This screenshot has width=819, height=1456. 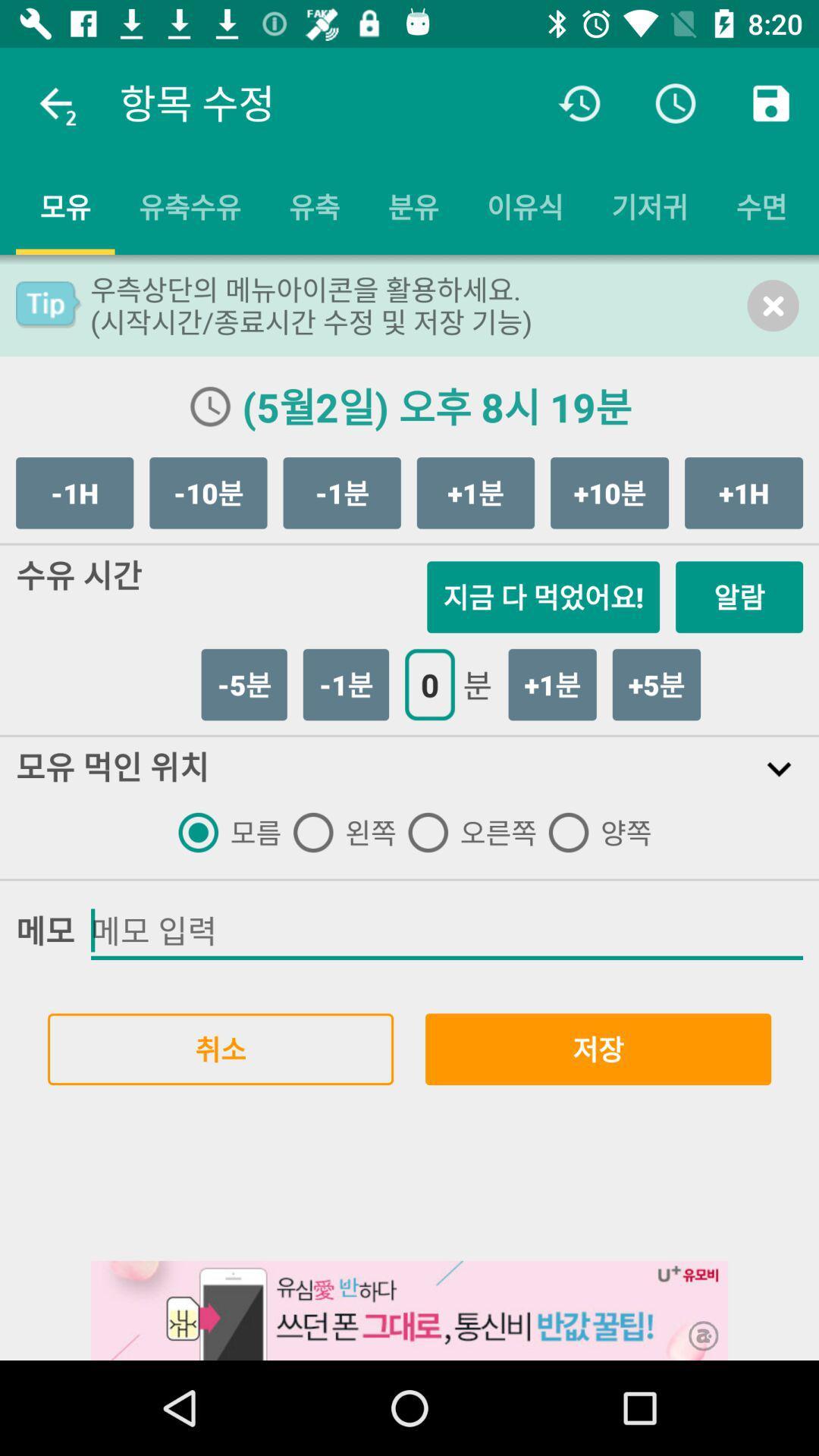 I want to click on the box below 1h, so click(x=739, y=596).